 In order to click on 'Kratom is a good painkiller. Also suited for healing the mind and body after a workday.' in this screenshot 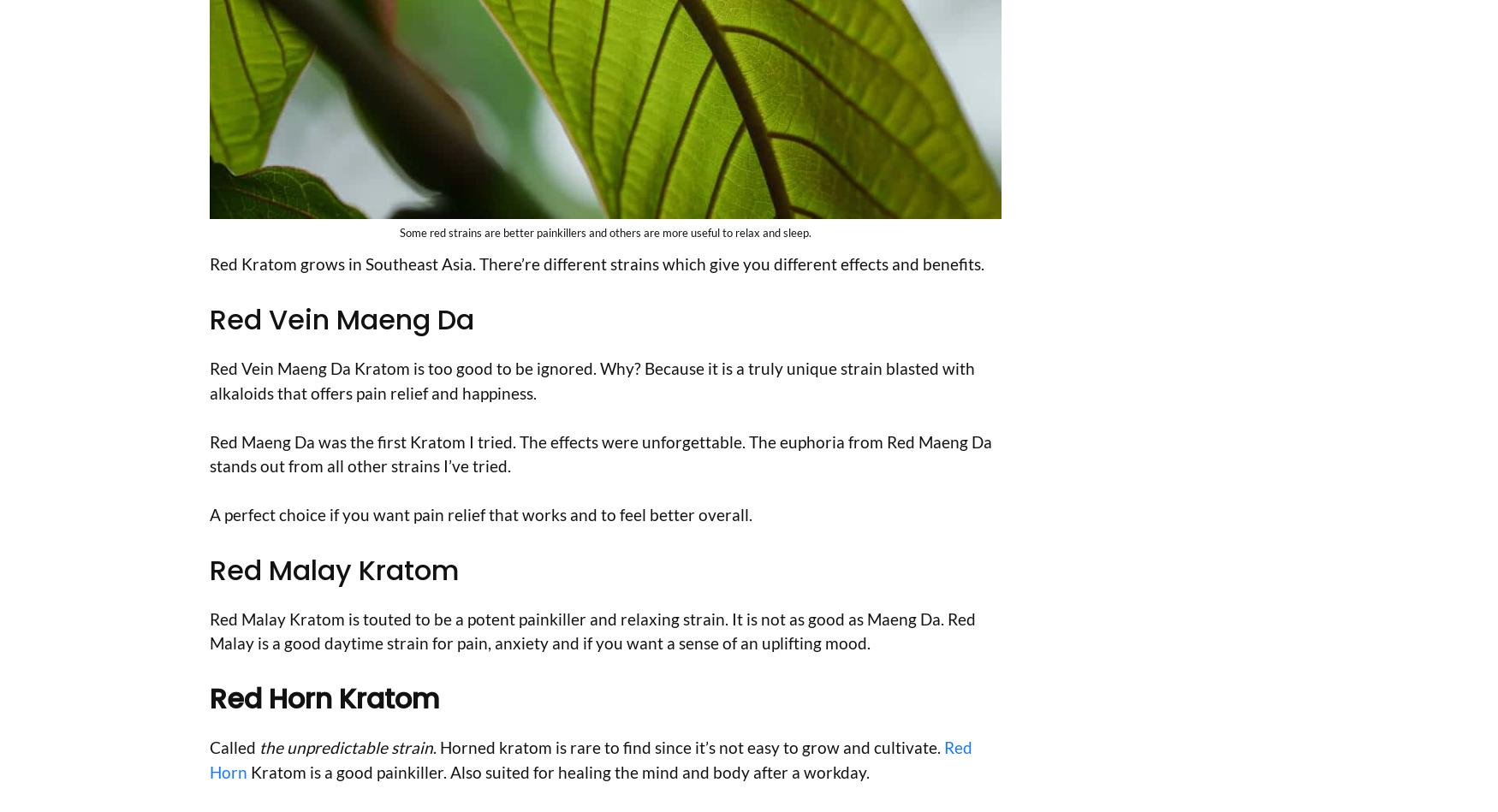, I will do `click(557, 770)`.